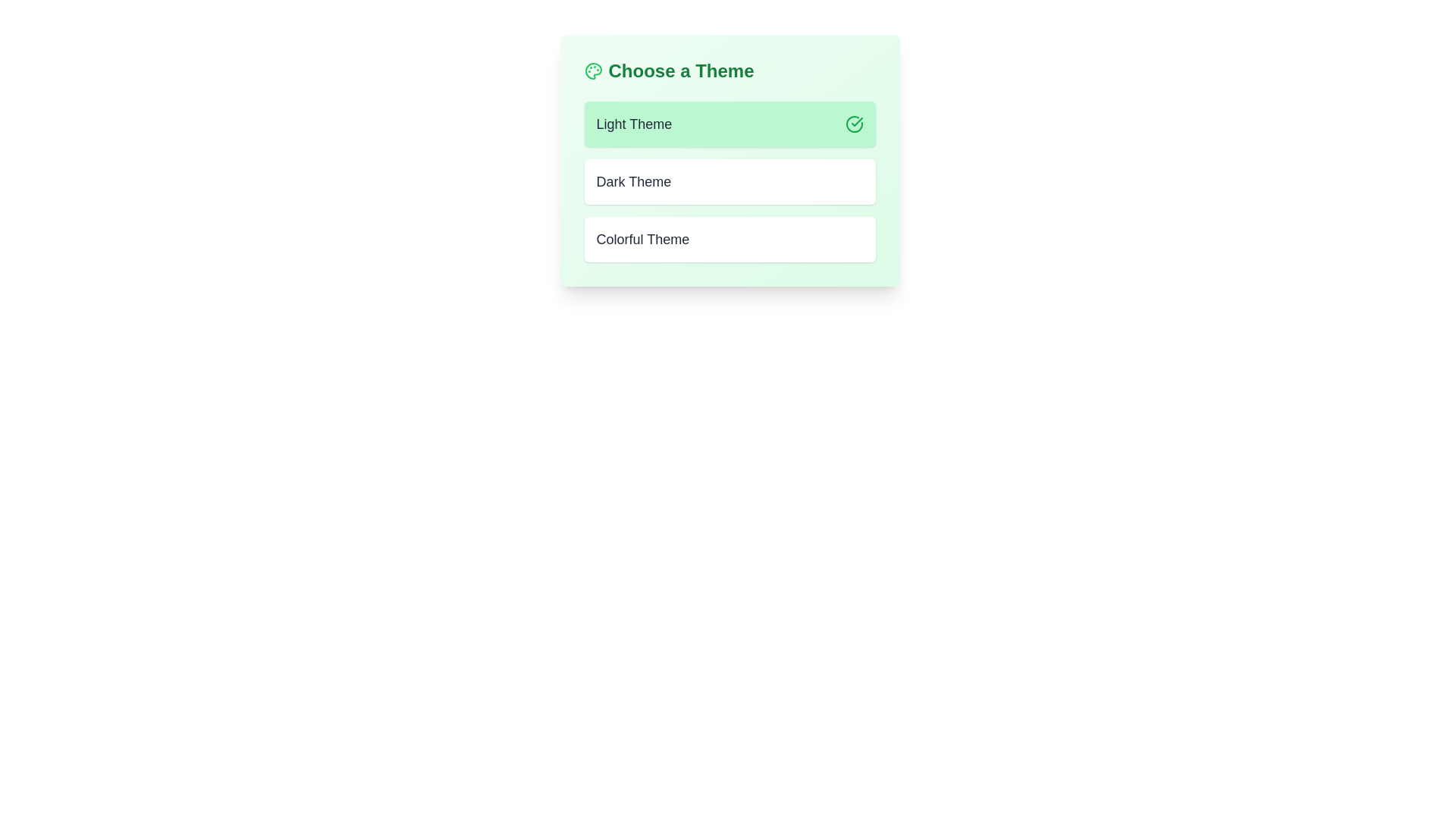  Describe the element at coordinates (730, 161) in the screenshot. I see `the 'Dark Theme' selection option, which is a rectangular box with rounded corners and a white background, located under 'Light Theme' and above 'Colorful Theme'` at that location.